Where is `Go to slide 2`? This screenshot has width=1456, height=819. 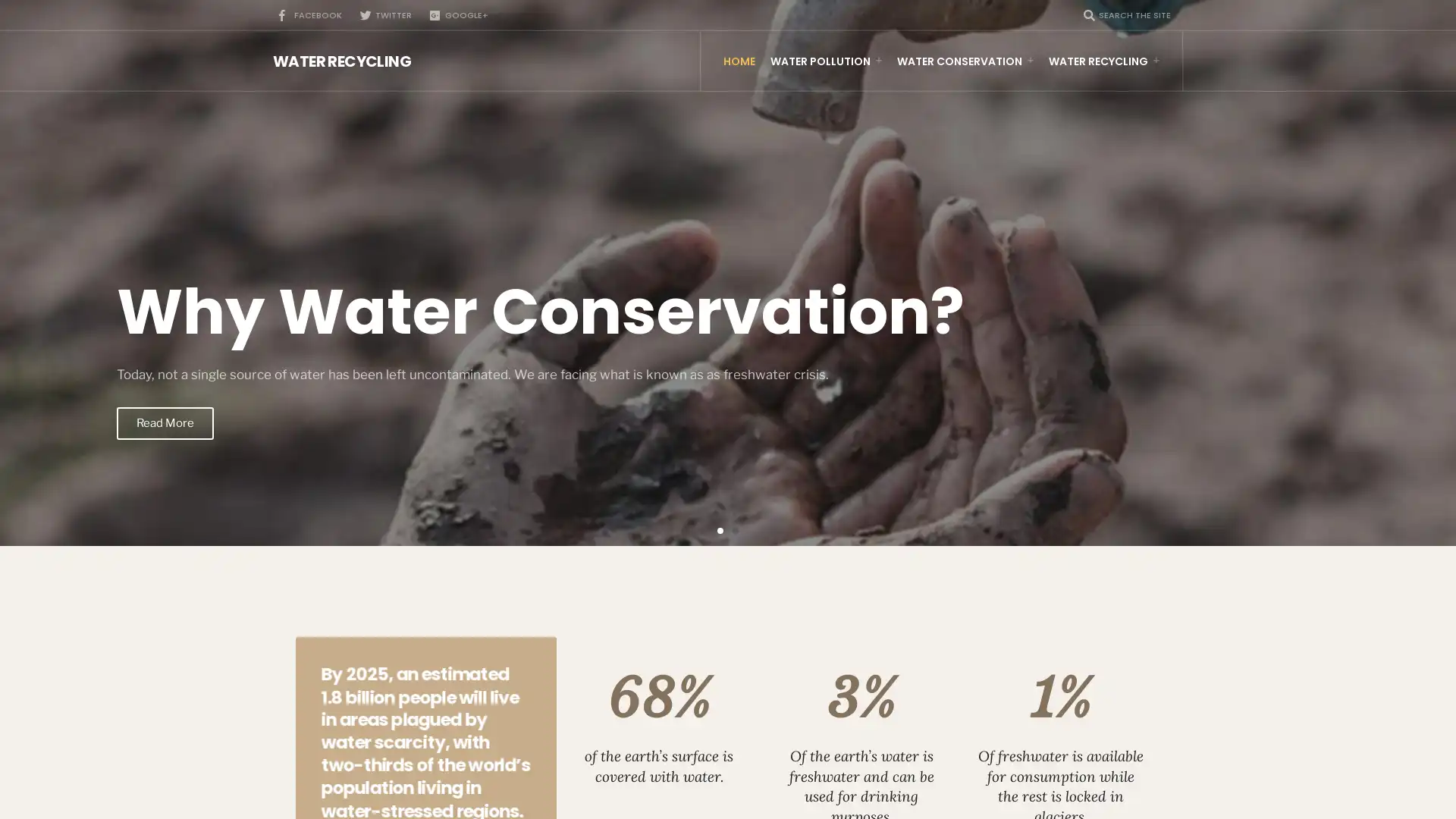
Go to slide 2 is located at coordinates (735, 529).